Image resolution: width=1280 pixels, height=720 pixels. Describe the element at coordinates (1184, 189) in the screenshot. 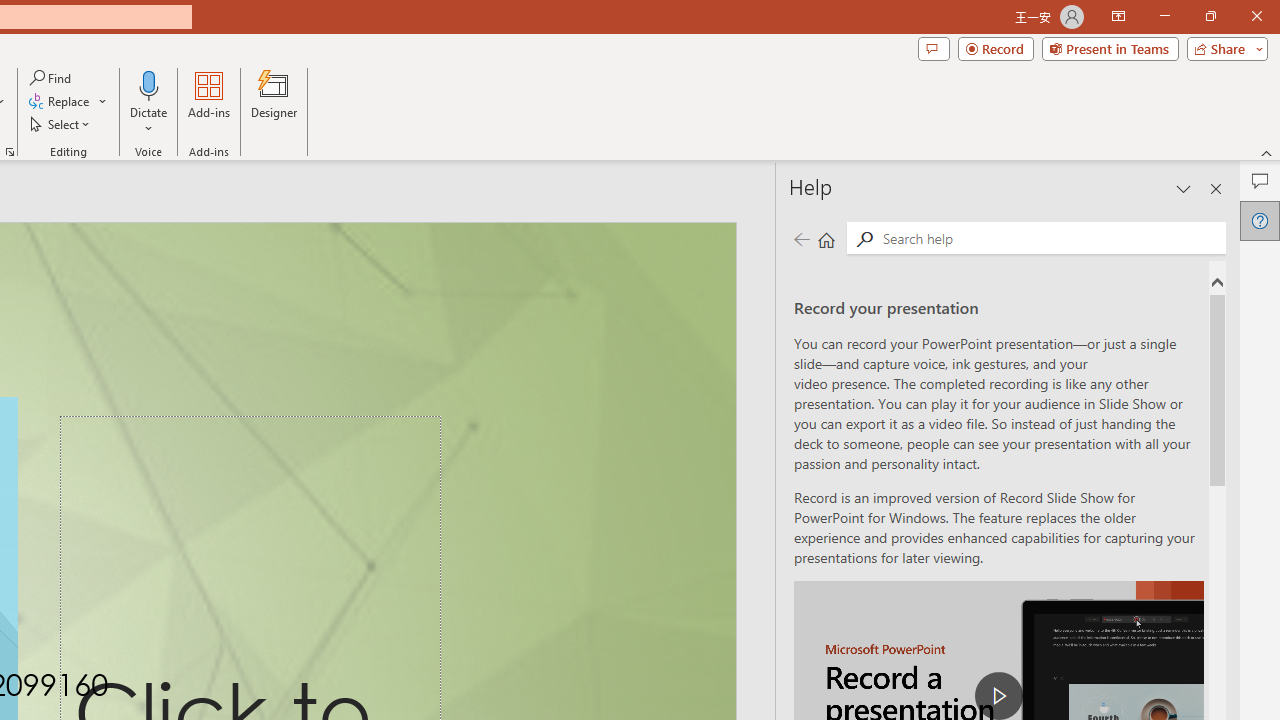

I see `'Task Pane Options'` at that location.